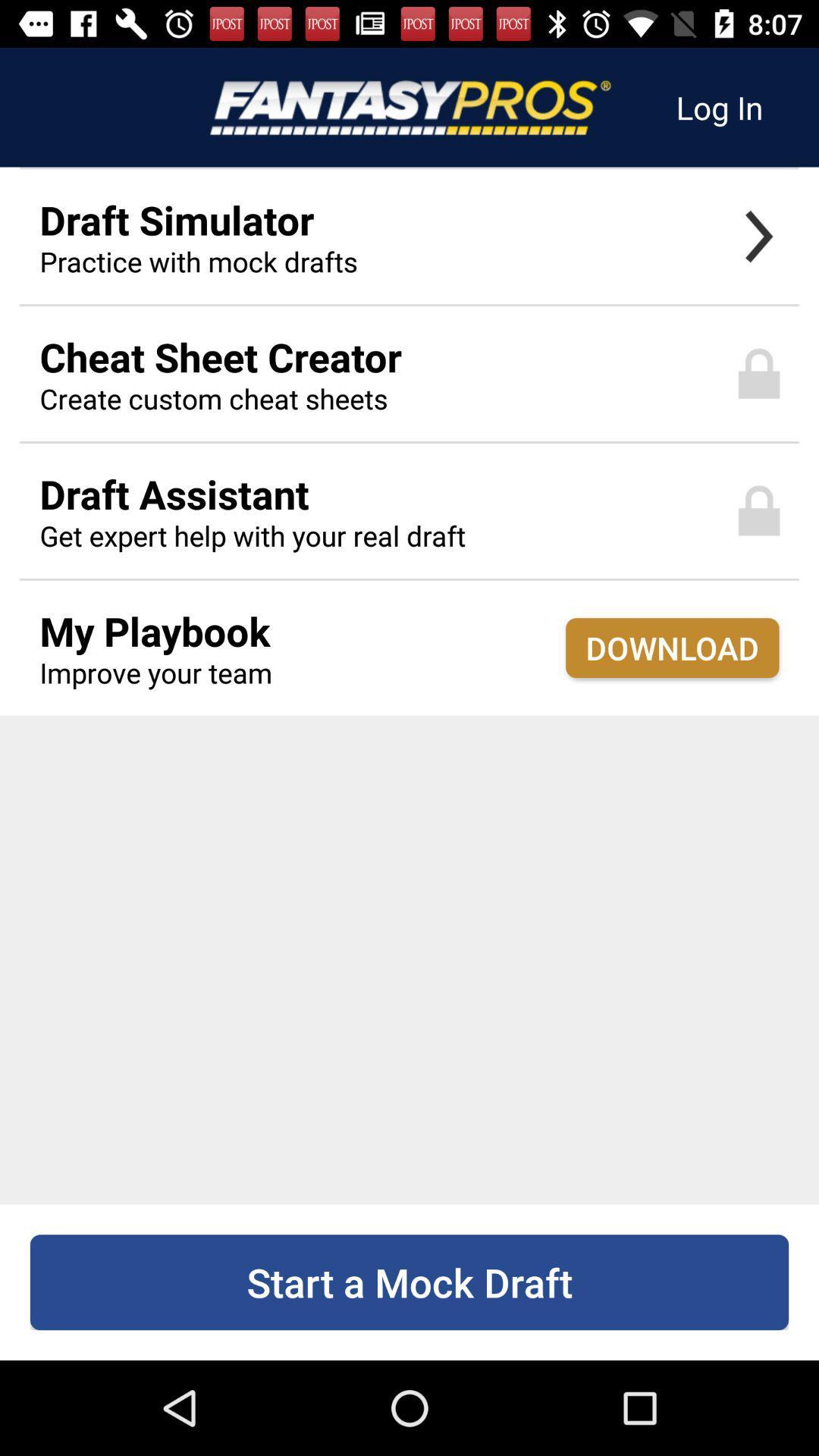 This screenshot has width=819, height=1456. I want to click on the download button, so click(671, 648).